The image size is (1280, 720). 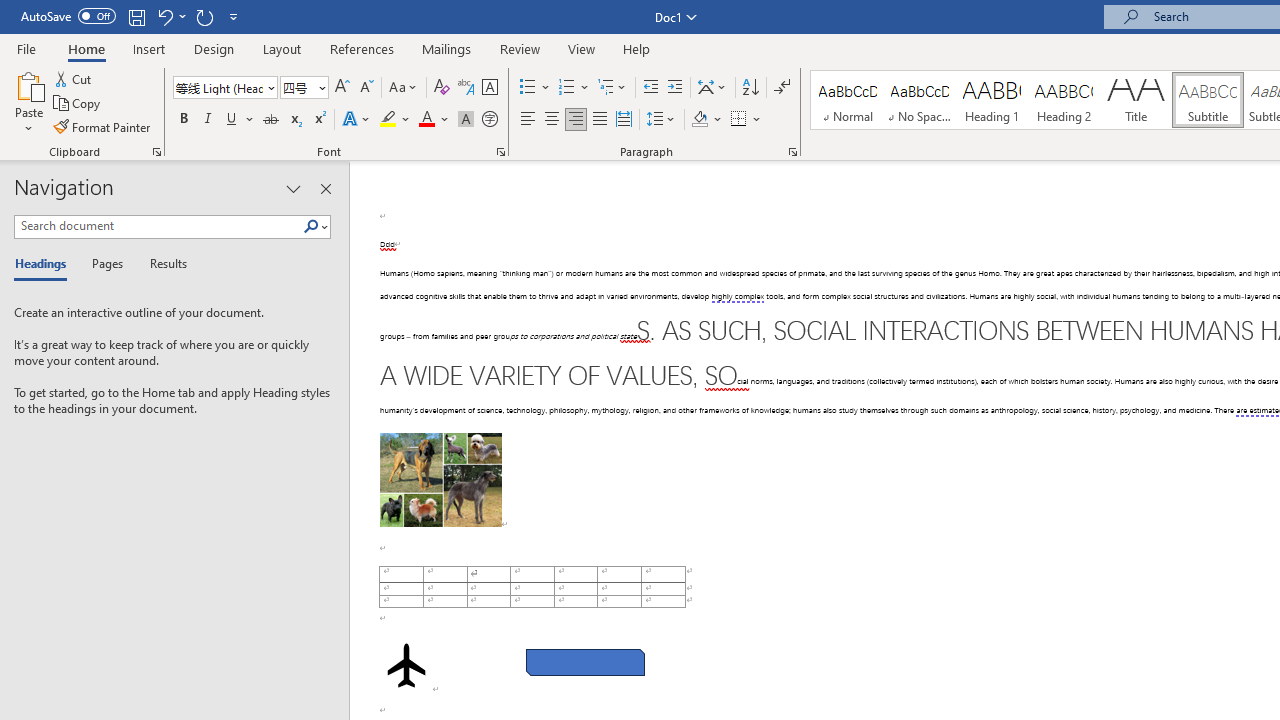 What do you see at coordinates (325, 189) in the screenshot?
I see `'Close pane'` at bounding box center [325, 189].